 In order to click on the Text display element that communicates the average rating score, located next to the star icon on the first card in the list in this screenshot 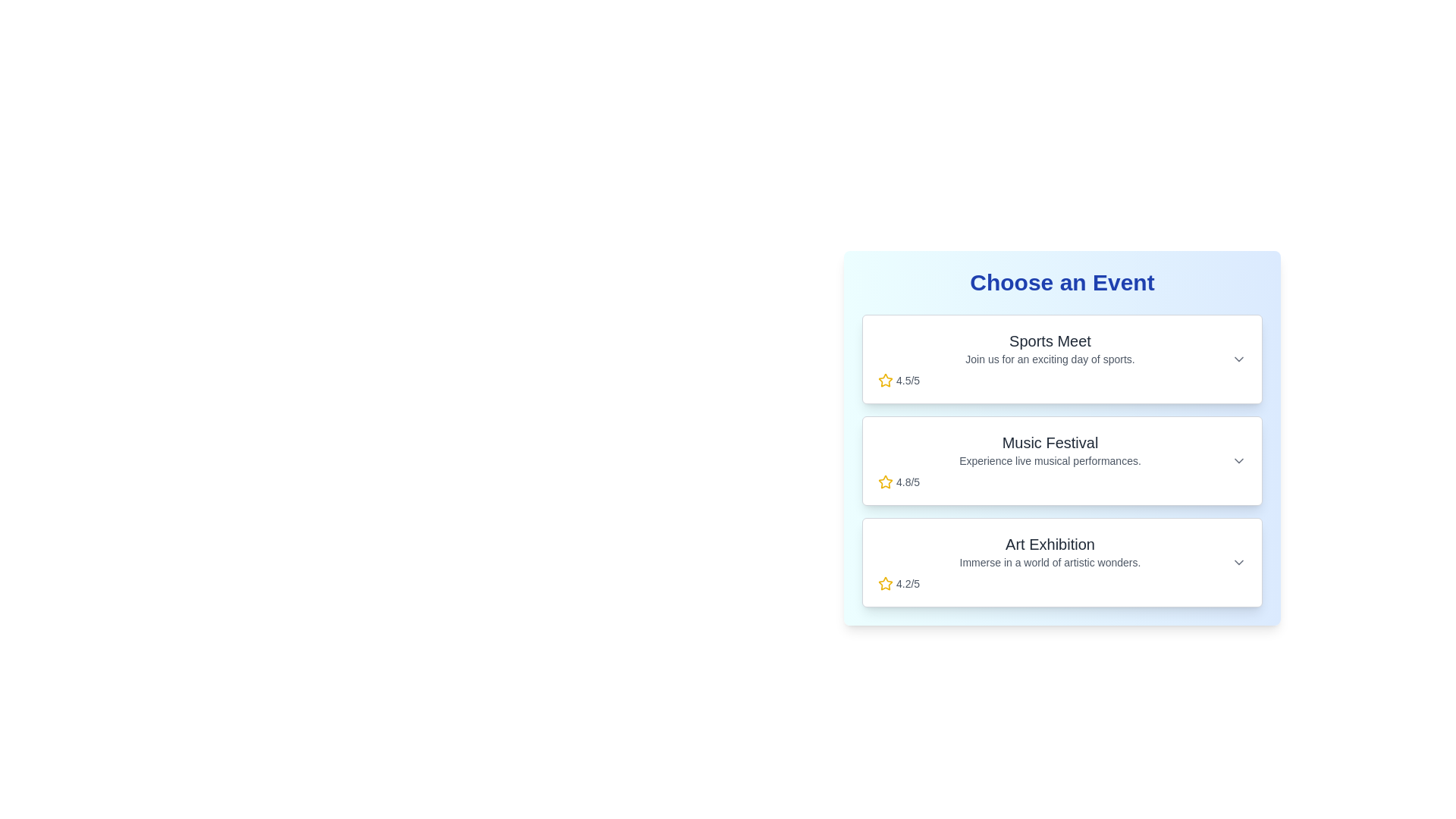, I will do `click(908, 379)`.